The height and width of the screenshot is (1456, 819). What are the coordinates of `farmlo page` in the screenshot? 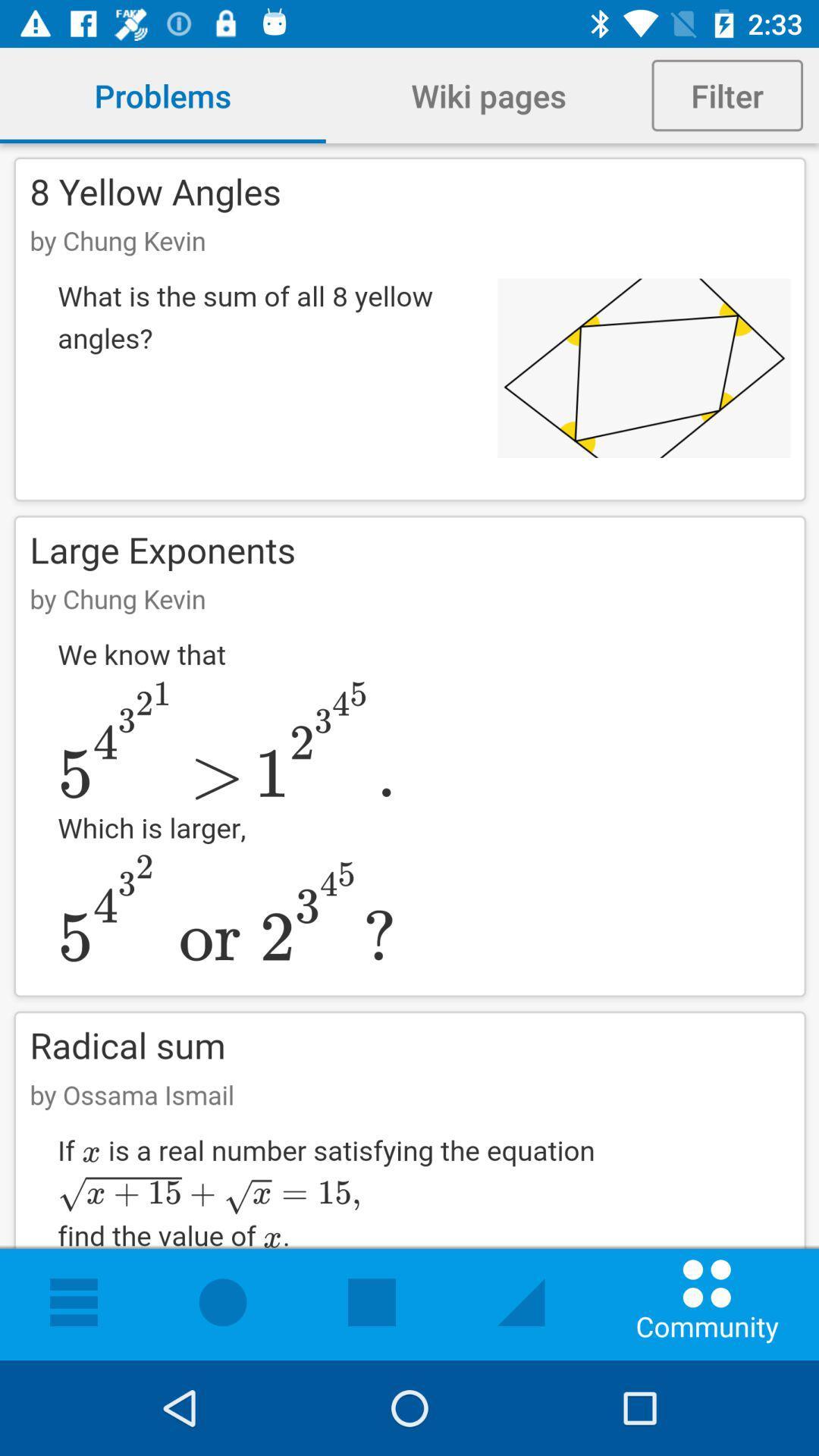 It's located at (409, 752).